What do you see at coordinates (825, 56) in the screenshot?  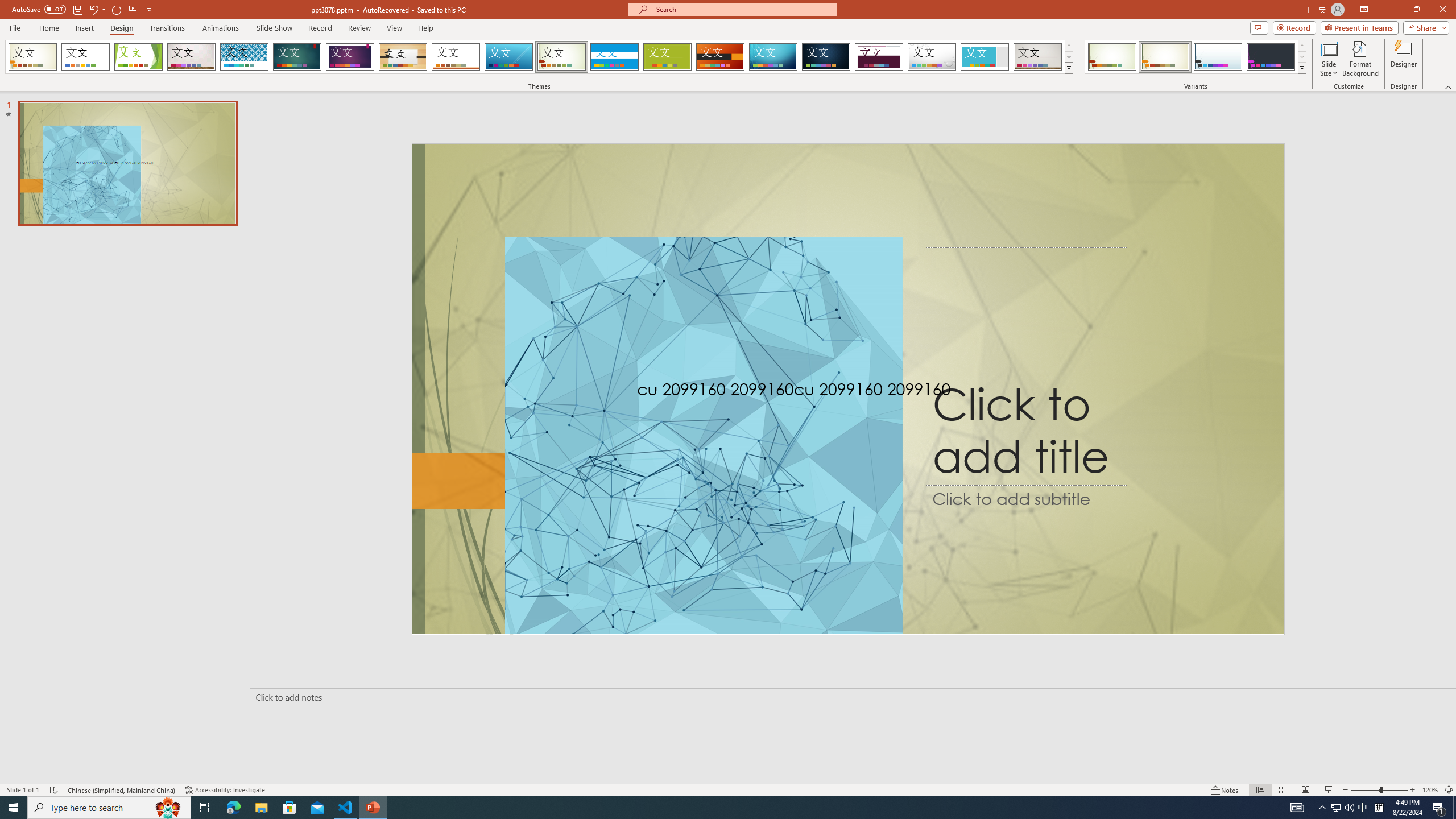 I see `'Damask Loading Preview...'` at bounding box center [825, 56].